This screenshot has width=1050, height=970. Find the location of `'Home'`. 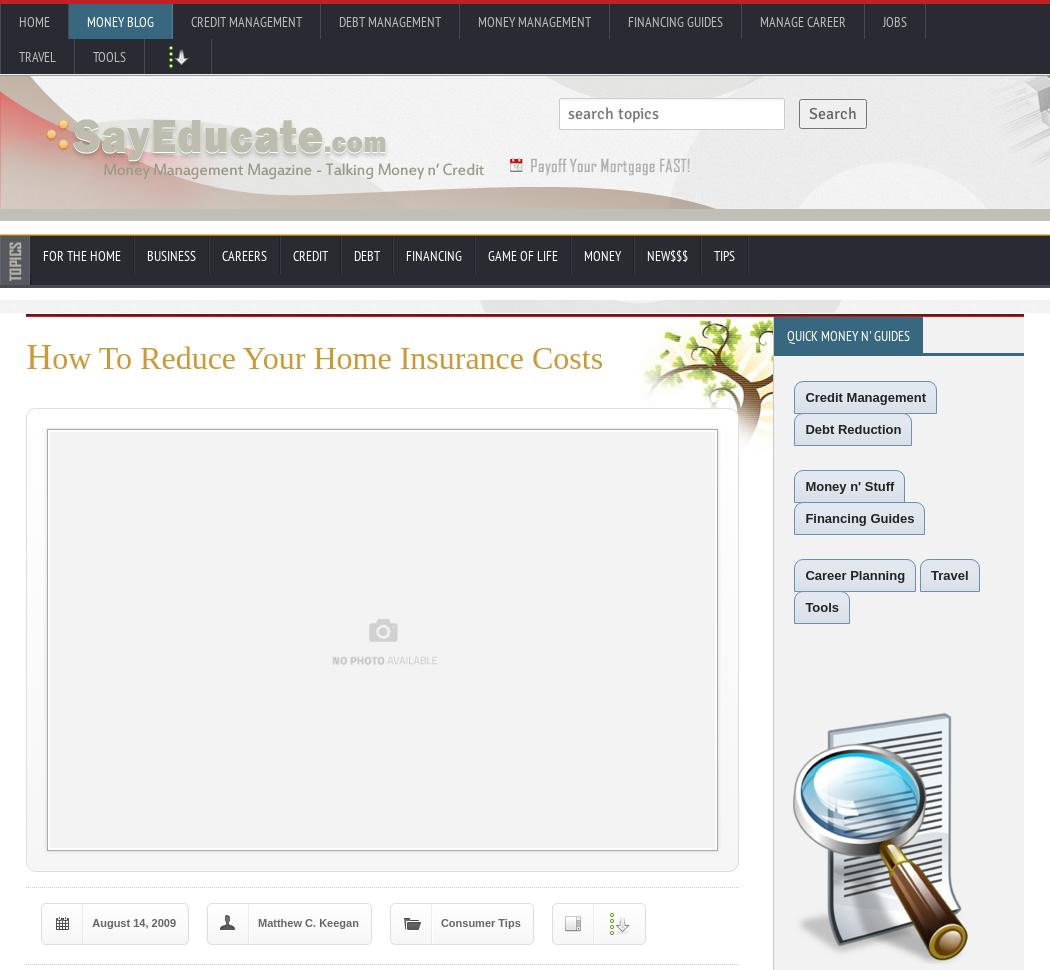

'Home' is located at coordinates (19, 22).